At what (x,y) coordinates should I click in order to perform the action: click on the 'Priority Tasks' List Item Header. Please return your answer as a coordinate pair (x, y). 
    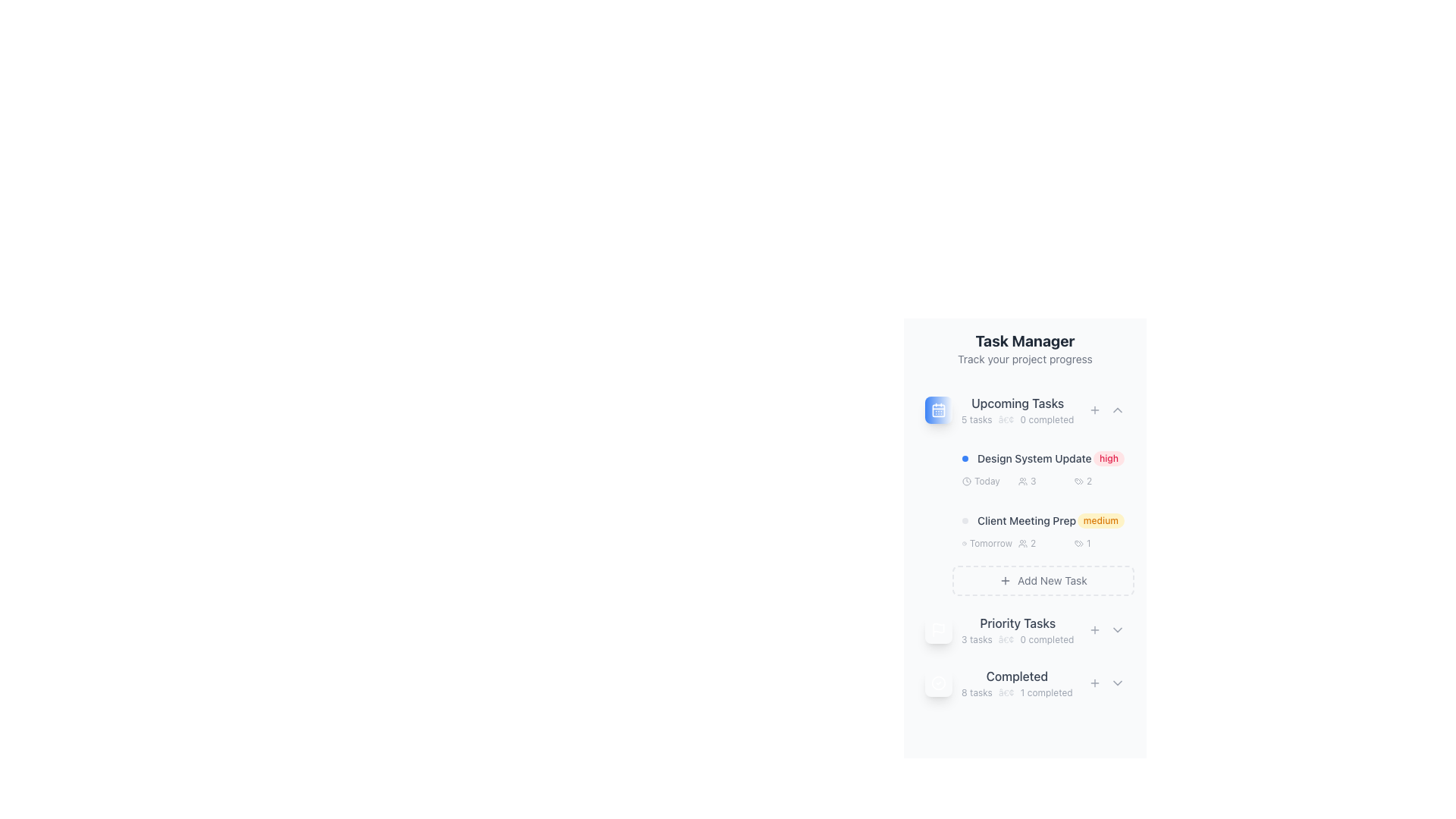
    Looking at the image, I should click on (999, 629).